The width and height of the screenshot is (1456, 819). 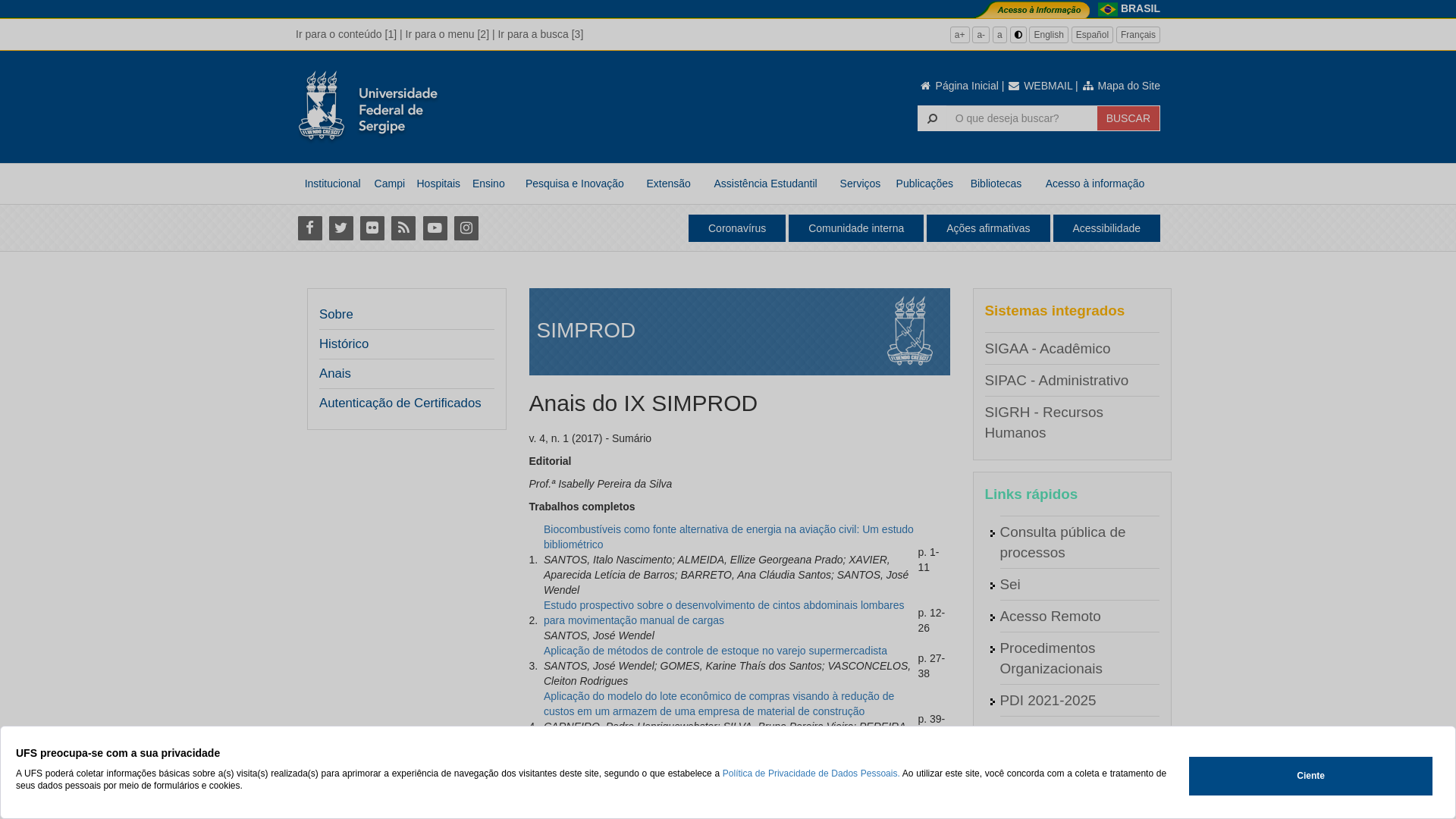 I want to click on 'Mapa do Site', so click(x=1121, y=85).